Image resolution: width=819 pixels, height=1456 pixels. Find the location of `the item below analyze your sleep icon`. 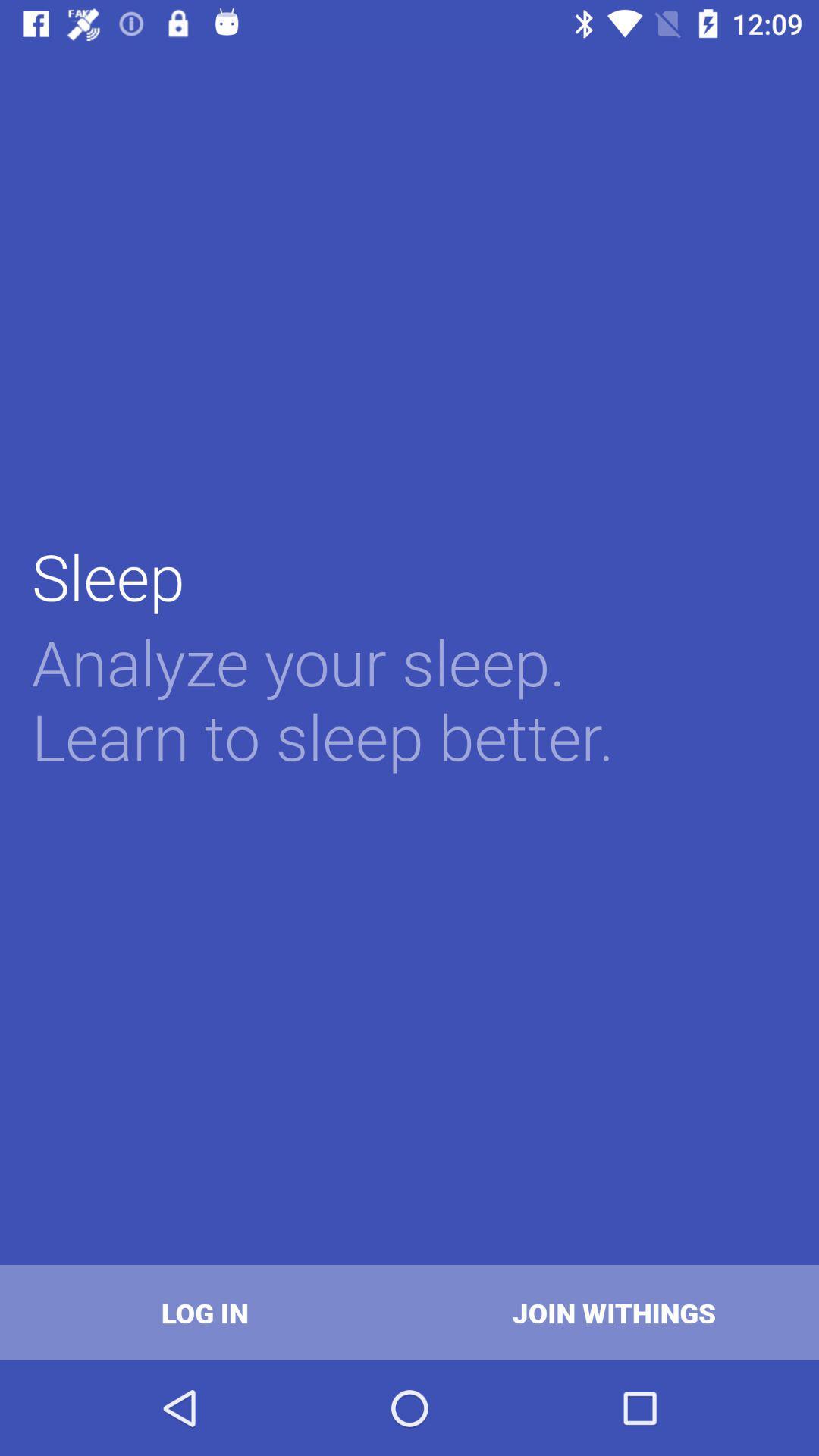

the item below analyze your sleep icon is located at coordinates (205, 1312).